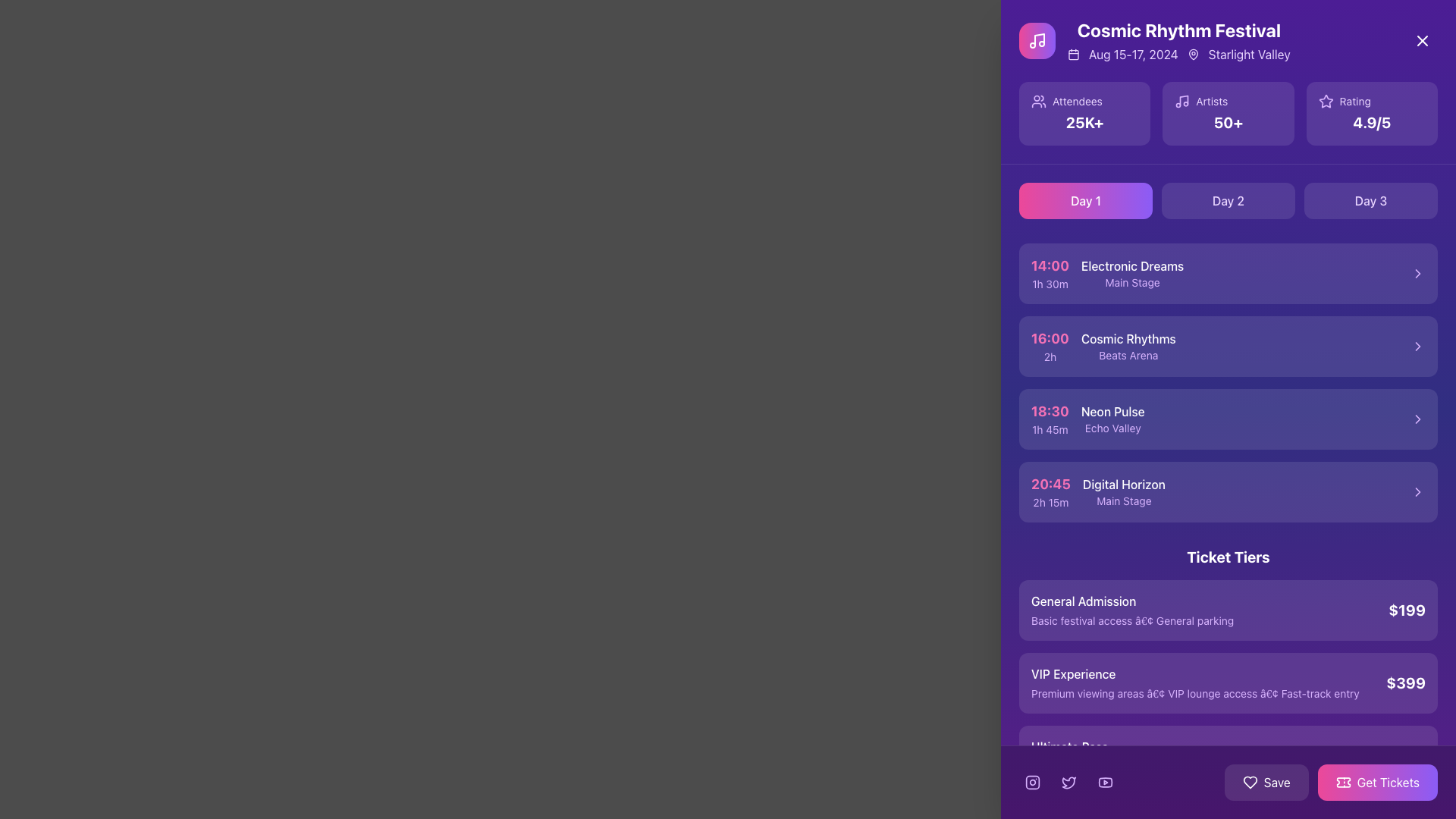 The width and height of the screenshot is (1456, 819). What do you see at coordinates (1132, 274) in the screenshot?
I see `the Event label that displays 'Electronic Dreams' in bold white font and 'Main Stage' in smaller purple font, located below the 'Day 1' header in the schedule section` at bounding box center [1132, 274].